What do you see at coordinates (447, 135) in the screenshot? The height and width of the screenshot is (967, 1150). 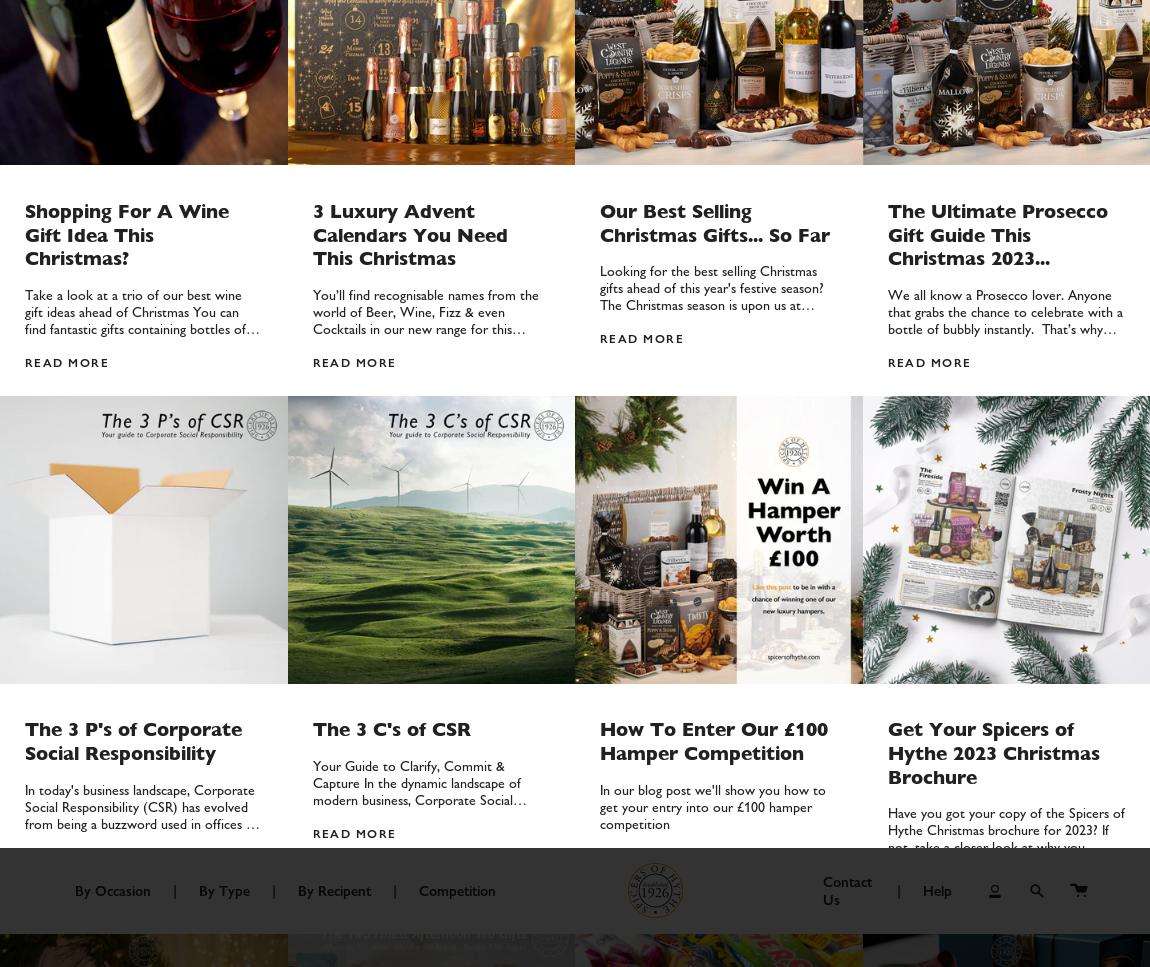 I see `'Business Use'` at bounding box center [447, 135].